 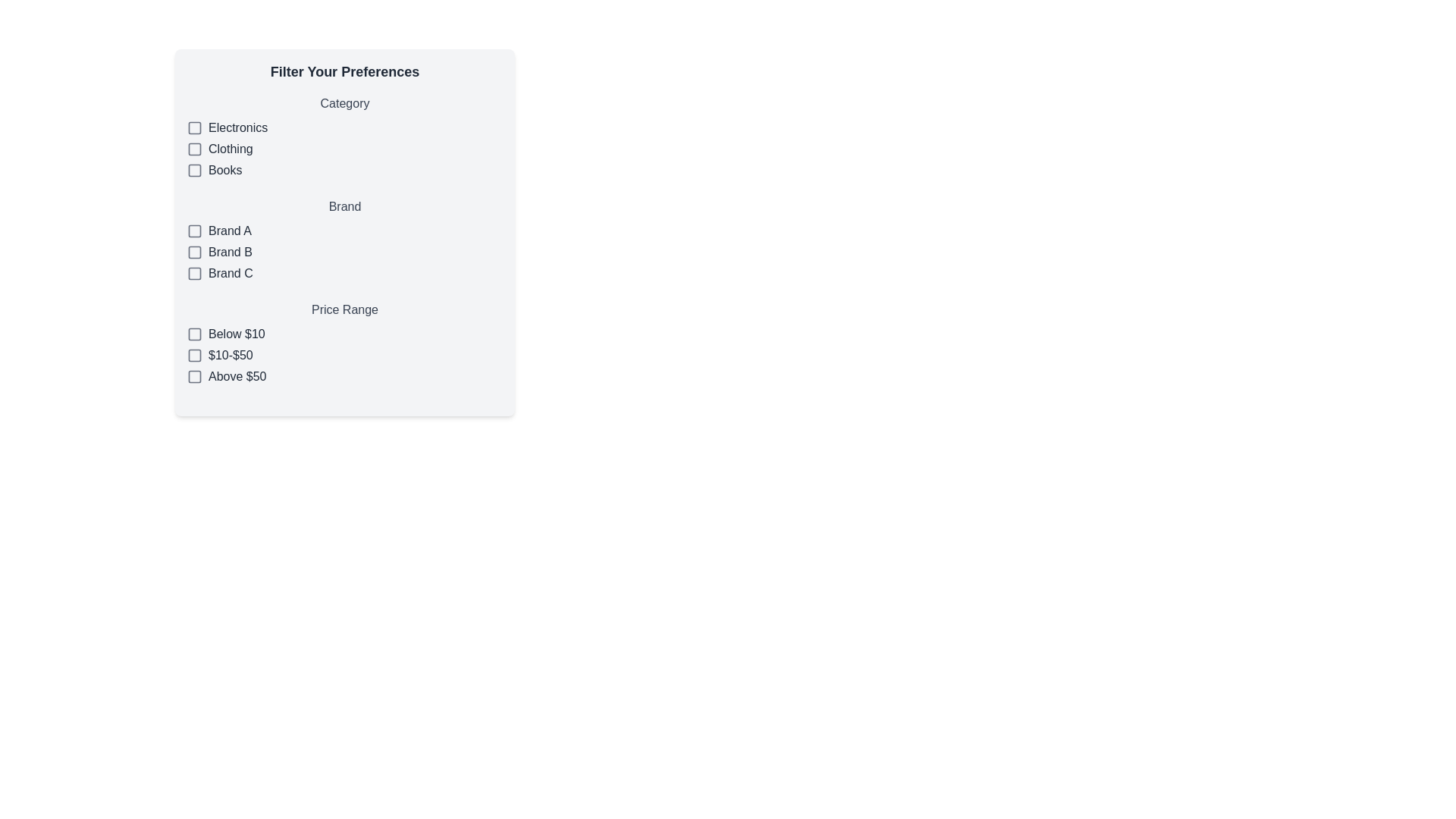 I want to click on the 'Above $50' label, which is styled in gray and serves as the text label for a checkbox under the 'Price Range' category, so click(x=237, y=376).